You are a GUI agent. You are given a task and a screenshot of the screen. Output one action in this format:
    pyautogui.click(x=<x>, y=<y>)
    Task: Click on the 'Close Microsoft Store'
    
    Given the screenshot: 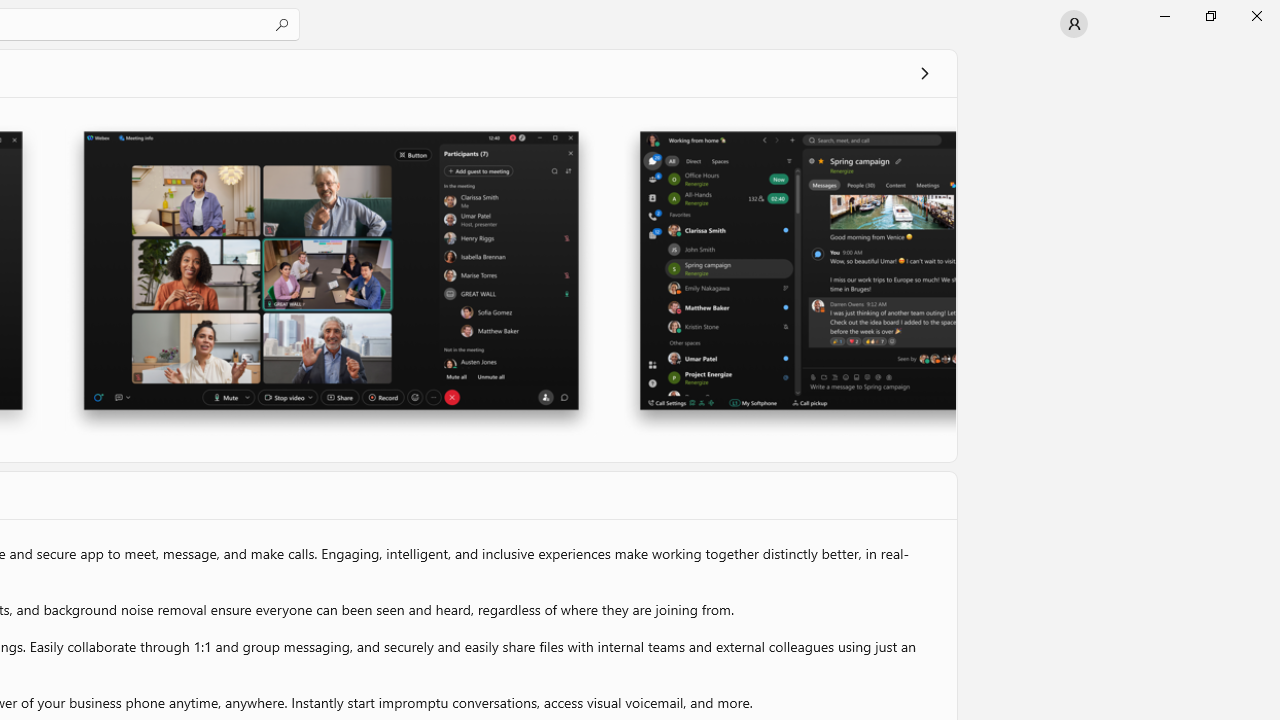 What is the action you would take?
    pyautogui.click(x=1255, y=15)
    